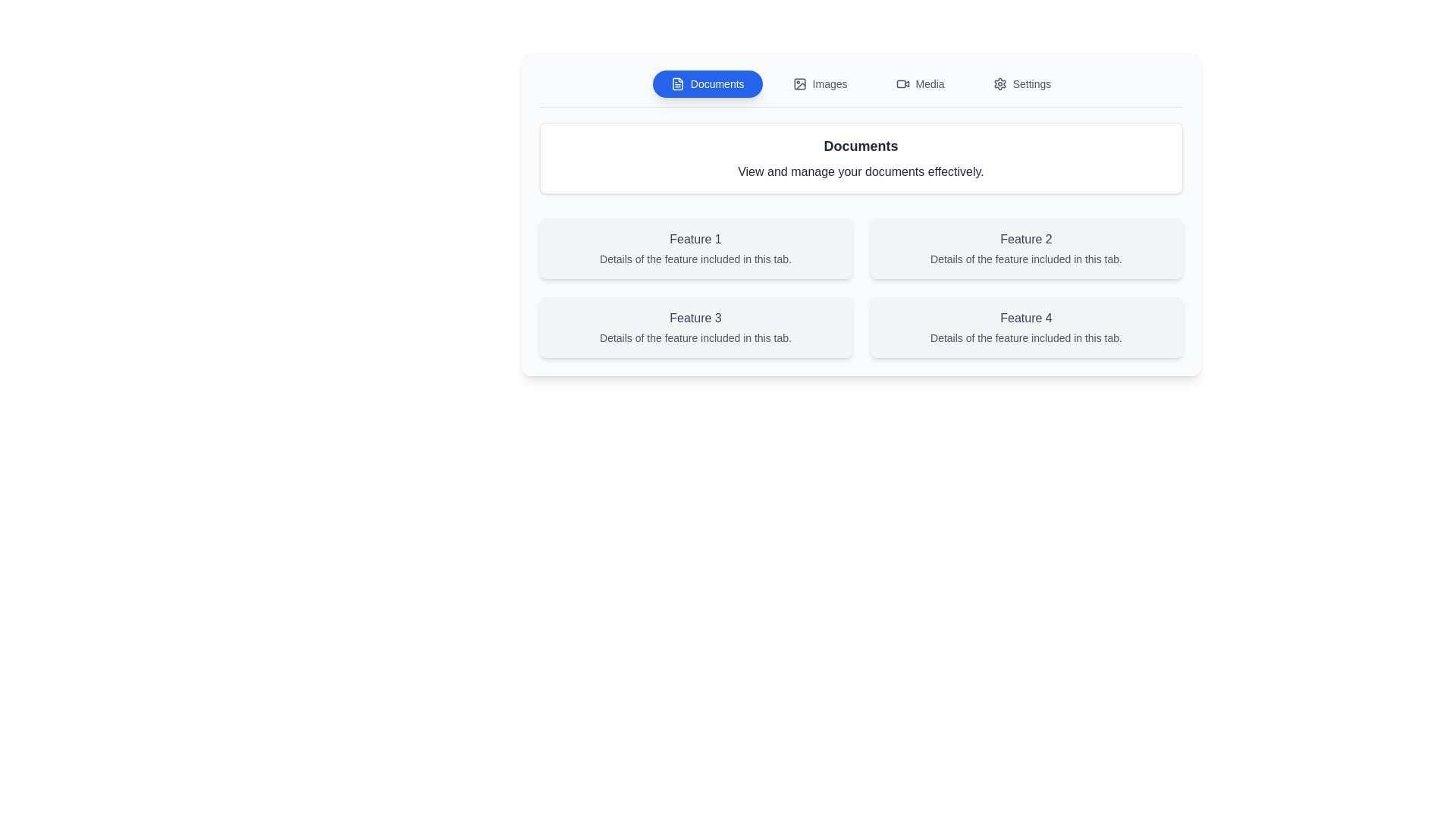 The width and height of the screenshot is (1456, 819). What do you see at coordinates (695, 239) in the screenshot?
I see `the text label that serves as the title or header for the feature description, located at the top section of the first feature's card in a grid layout` at bounding box center [695, 239].